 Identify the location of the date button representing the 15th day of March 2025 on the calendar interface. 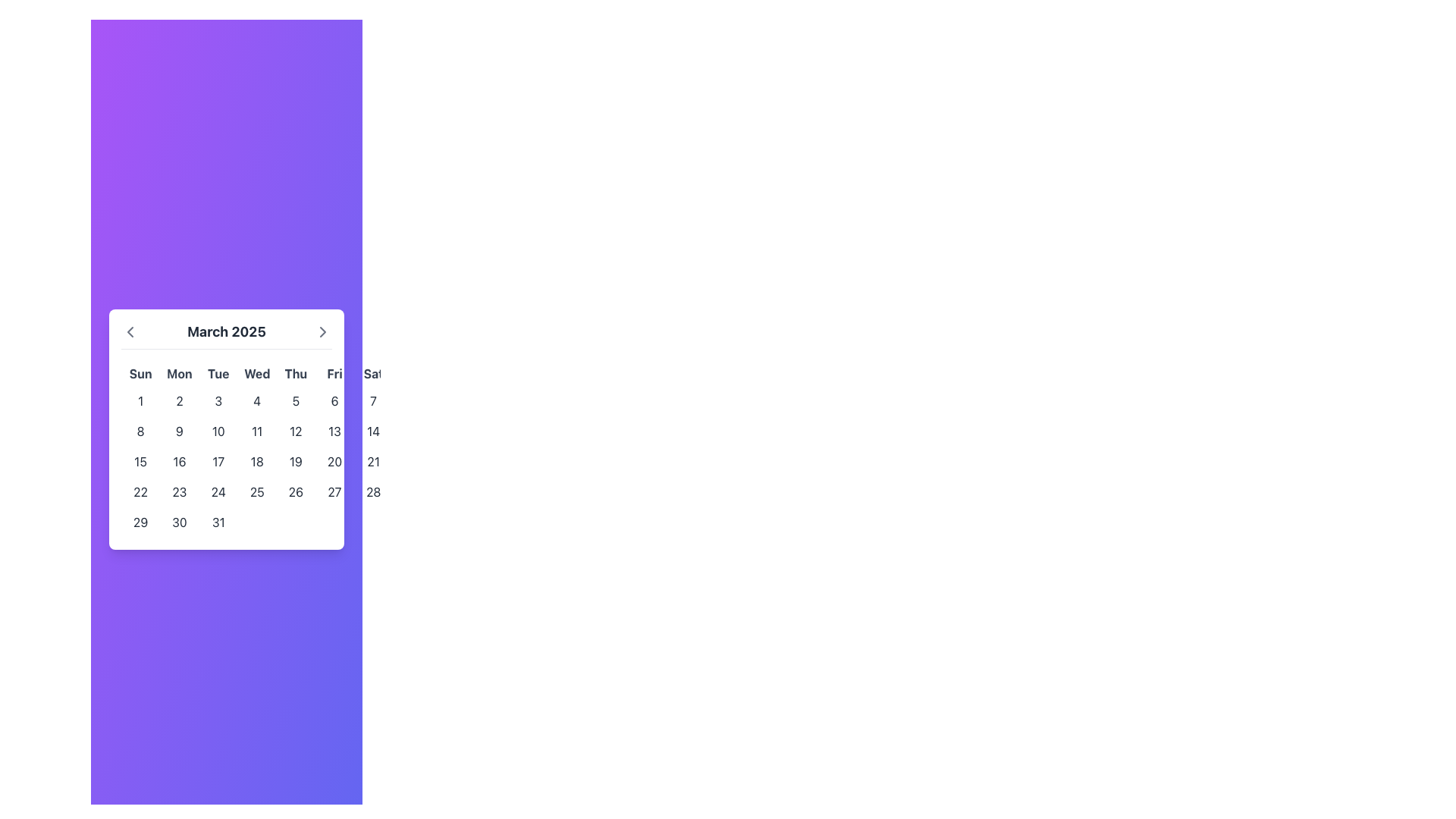
(140, 460).